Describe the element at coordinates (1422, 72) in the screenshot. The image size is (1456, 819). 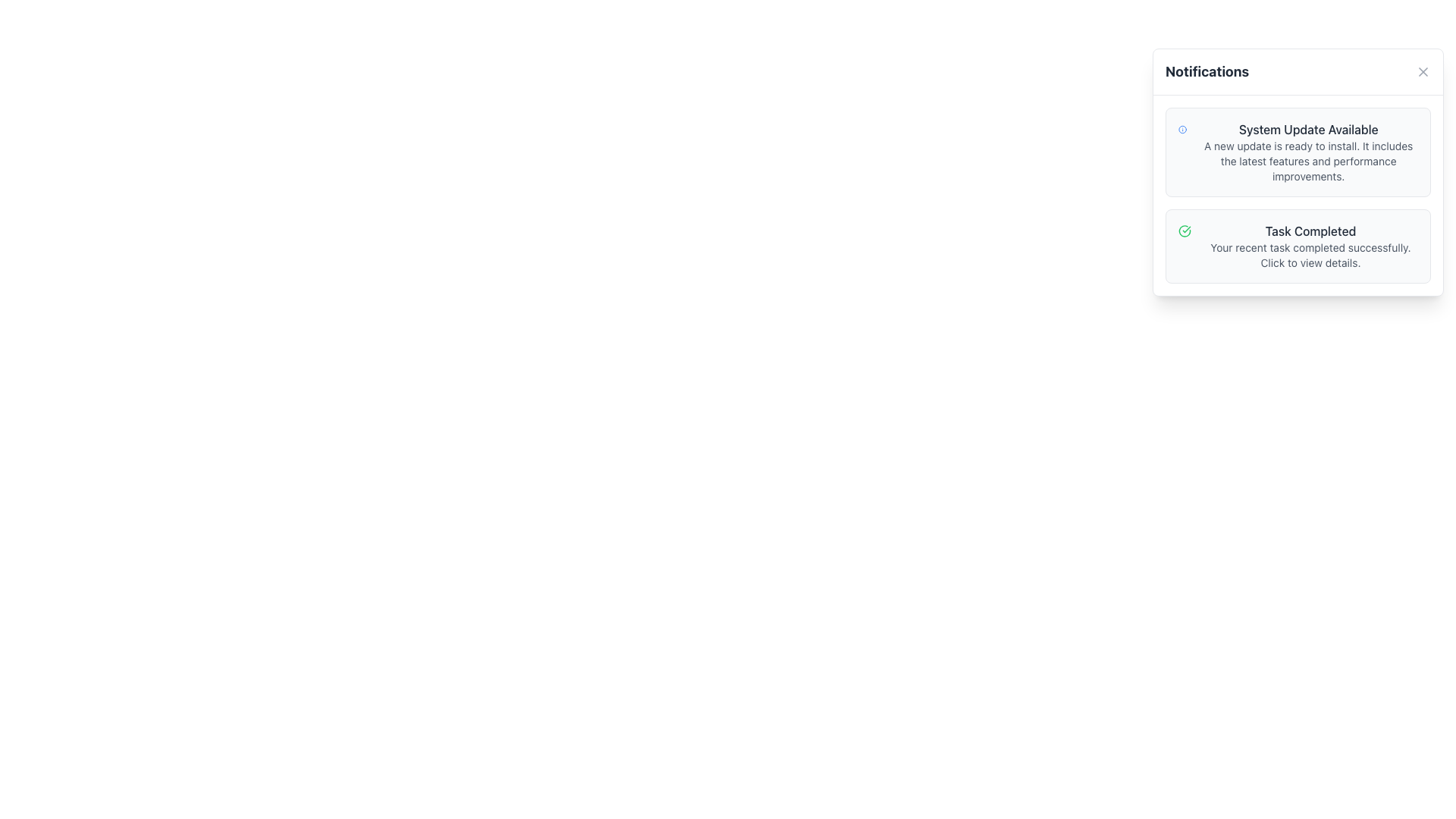
I see `the 'X' close icon located in the top-right corner of the notification panel` at that location.